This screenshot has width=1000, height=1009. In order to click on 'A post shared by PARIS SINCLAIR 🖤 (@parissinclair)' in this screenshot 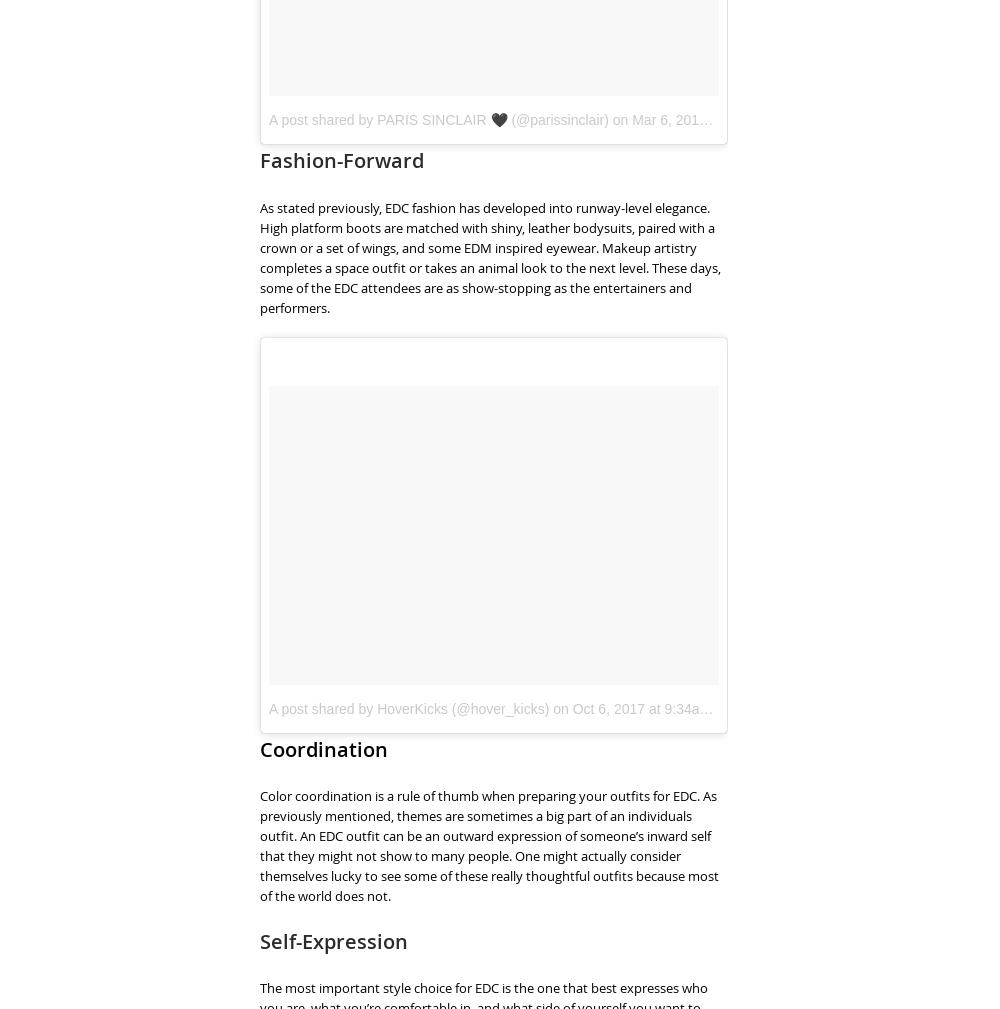, I will do `click(269, 118)`.